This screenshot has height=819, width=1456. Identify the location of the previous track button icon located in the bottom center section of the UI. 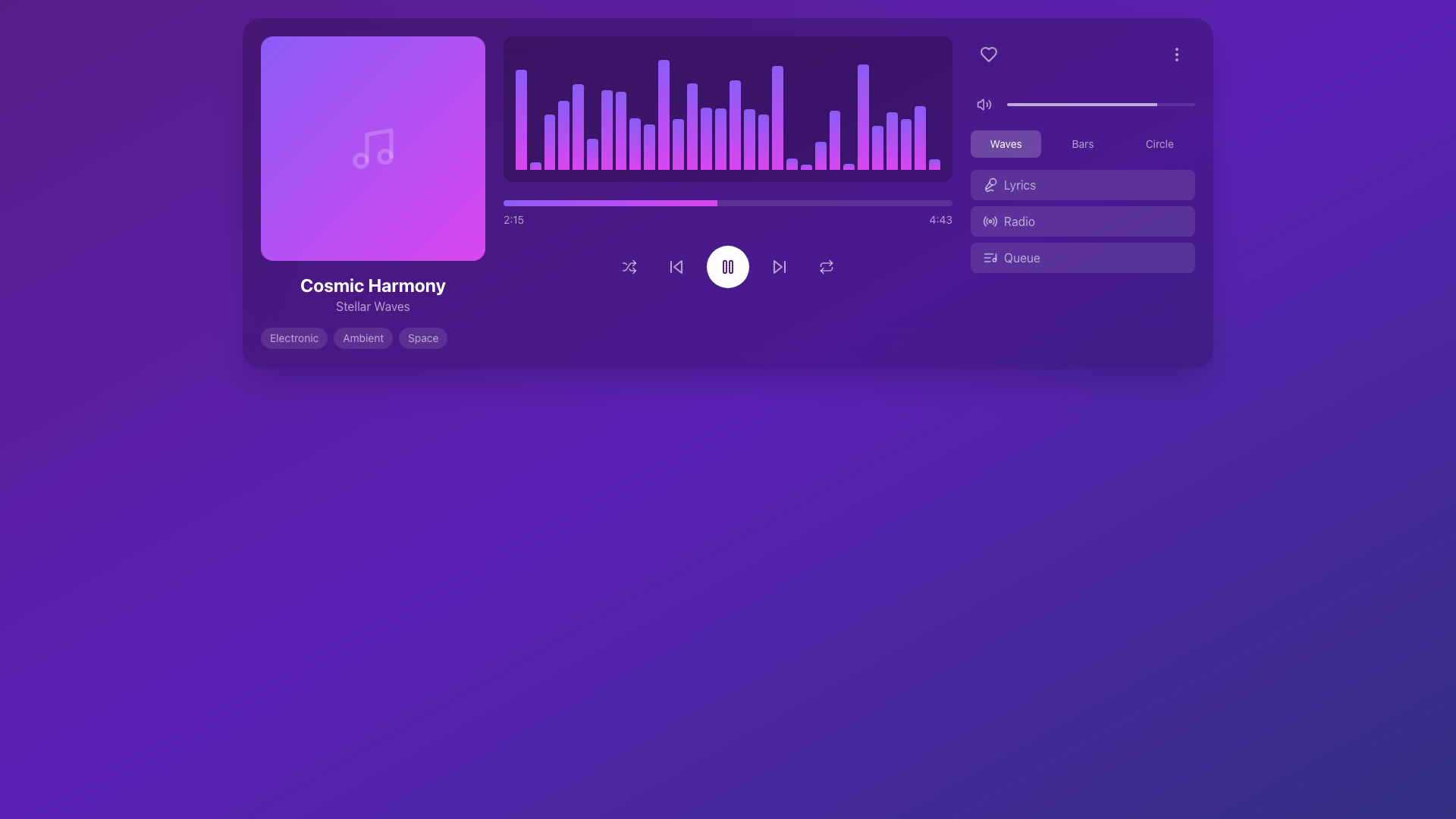
(676, 265).